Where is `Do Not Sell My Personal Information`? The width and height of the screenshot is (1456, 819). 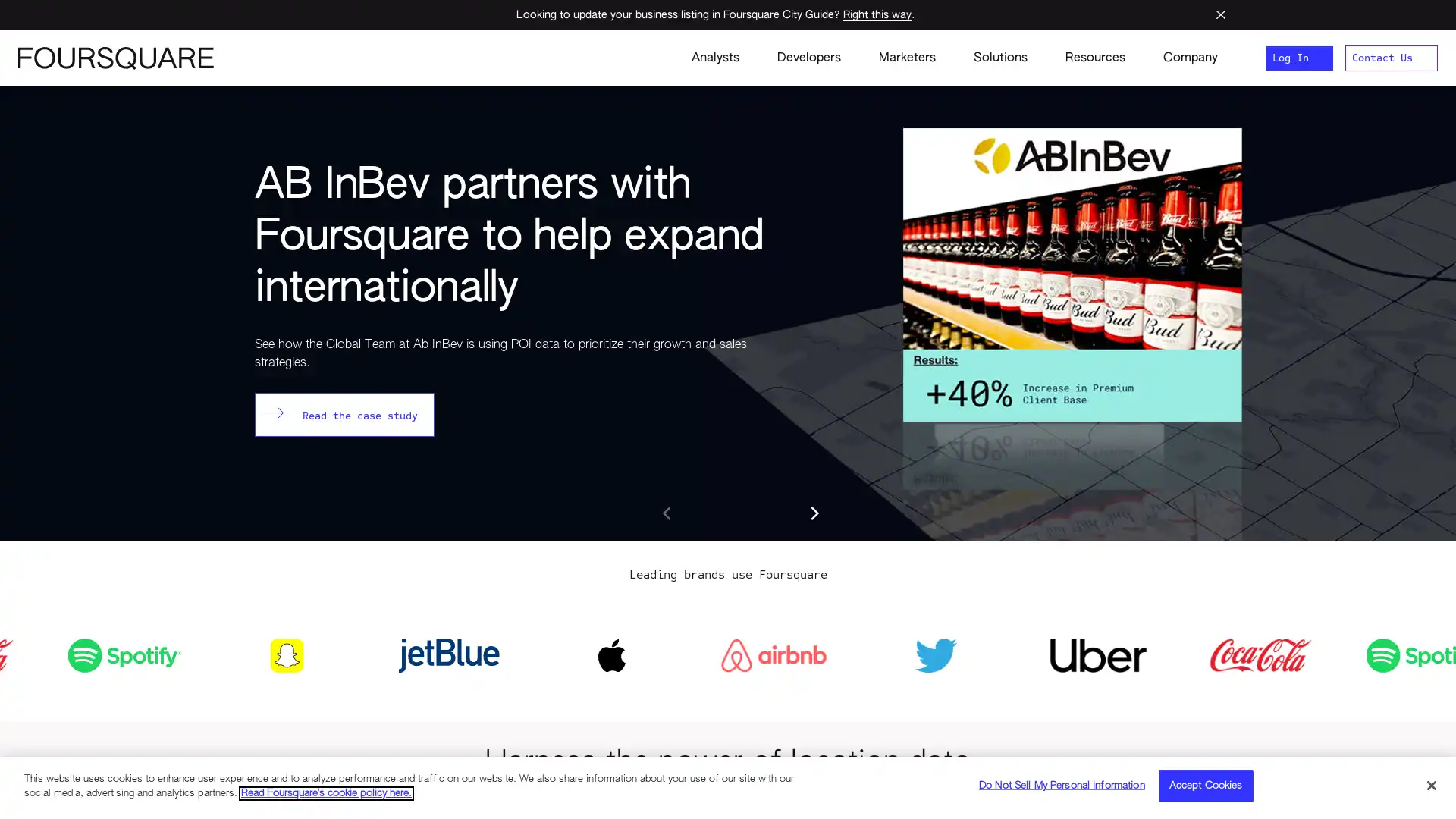 Do Not Sell My Personal Information is located at coordinates (1061, 785).